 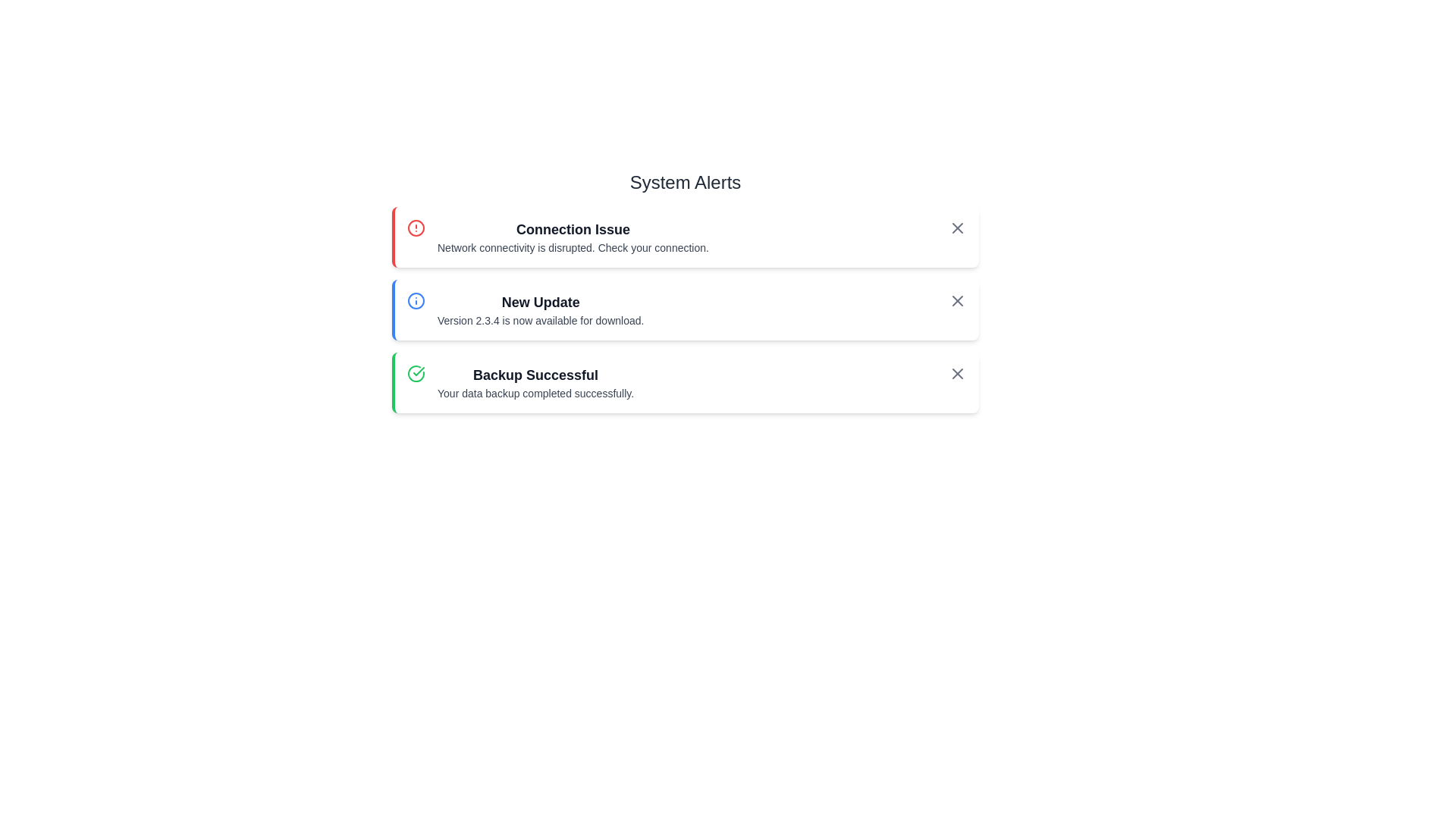 I want to click on the text label displaying the message 'Network connectivity is disrupted. Check your connection.' located beneath the heading 'Connection Issue' in the topmost notification section, so click(x=572, y=247).